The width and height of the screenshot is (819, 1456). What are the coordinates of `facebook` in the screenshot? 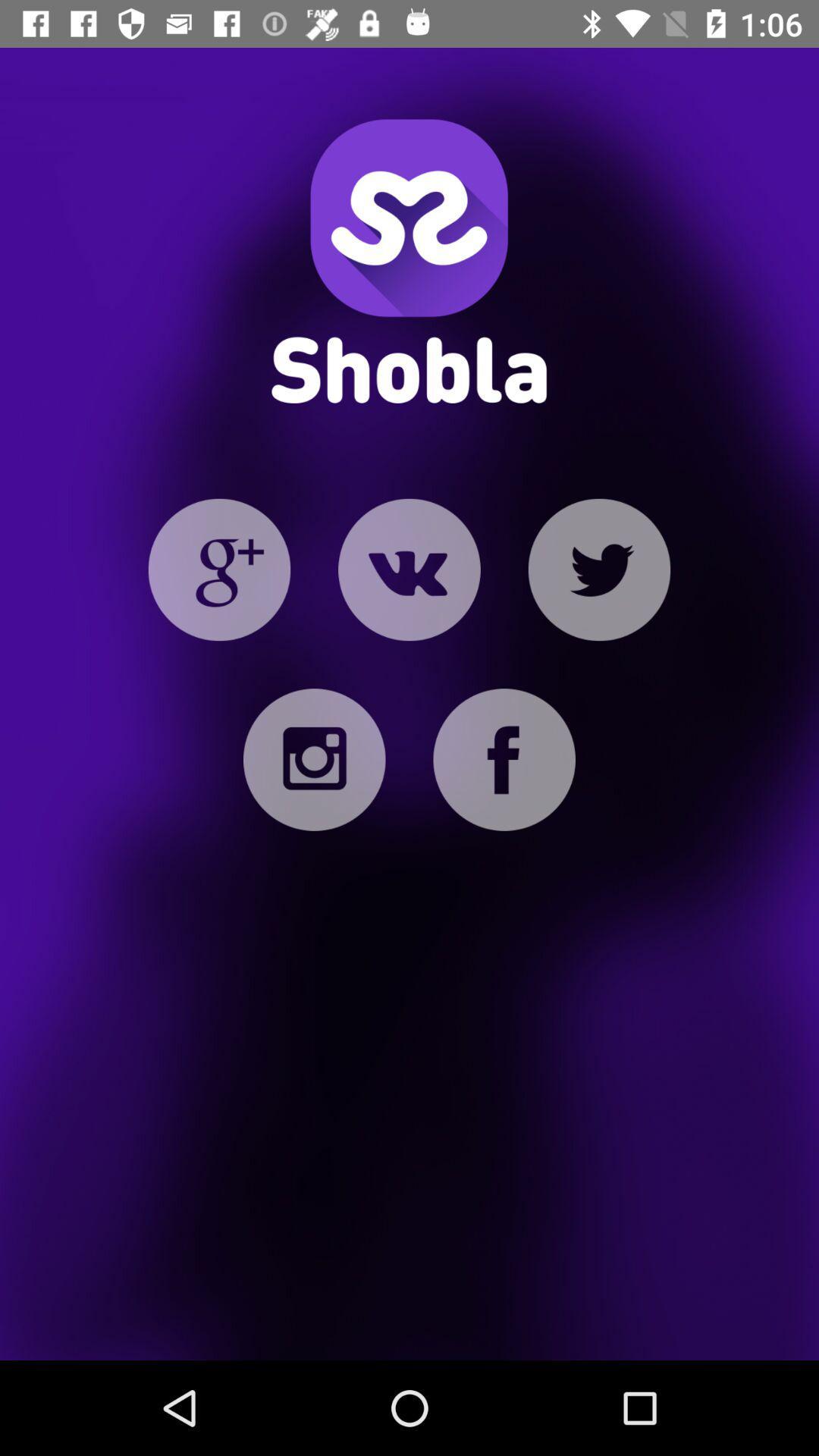 It's located at (504, 760).